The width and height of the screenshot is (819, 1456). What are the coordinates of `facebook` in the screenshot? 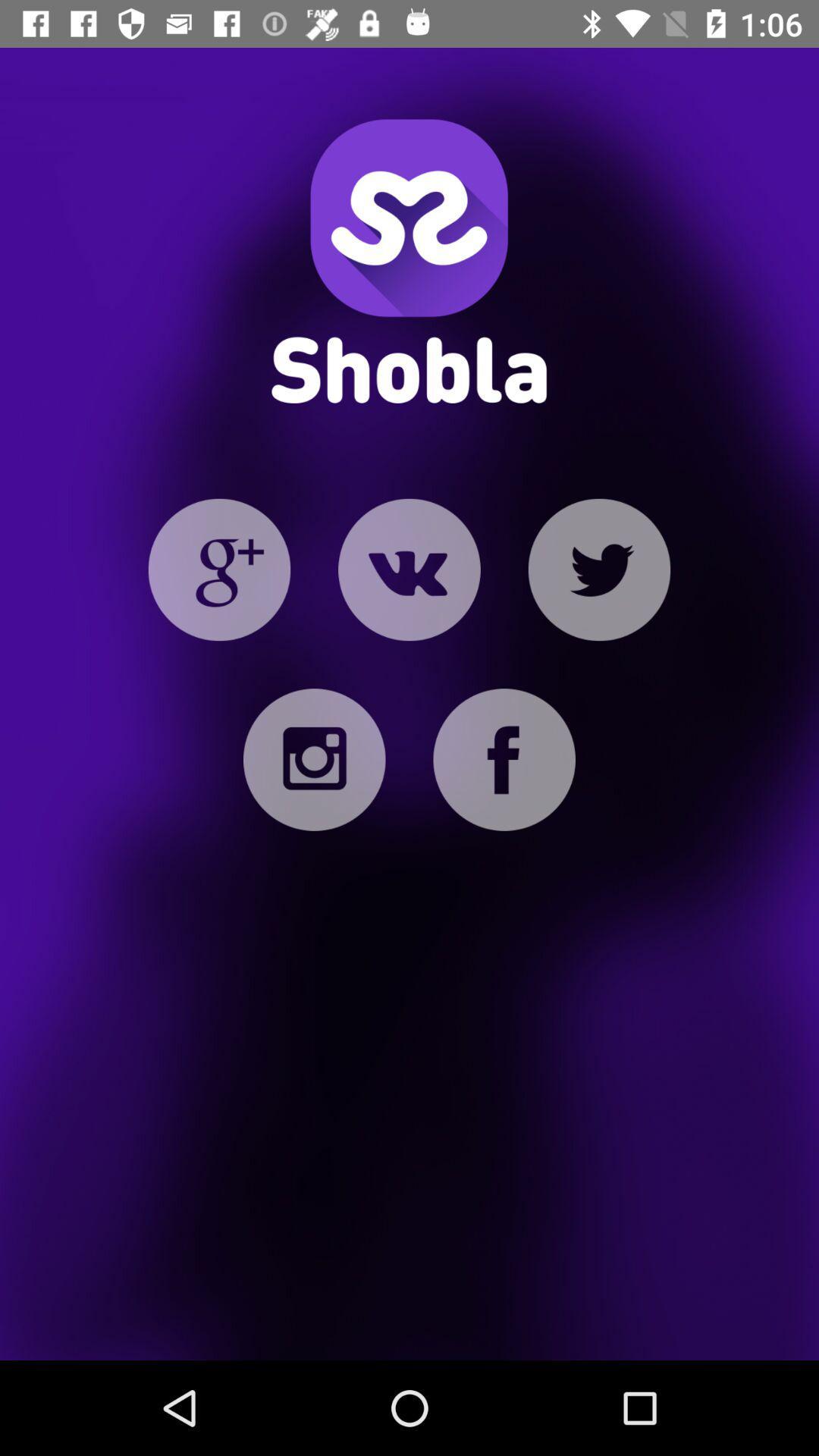 It's located at (504, 760).